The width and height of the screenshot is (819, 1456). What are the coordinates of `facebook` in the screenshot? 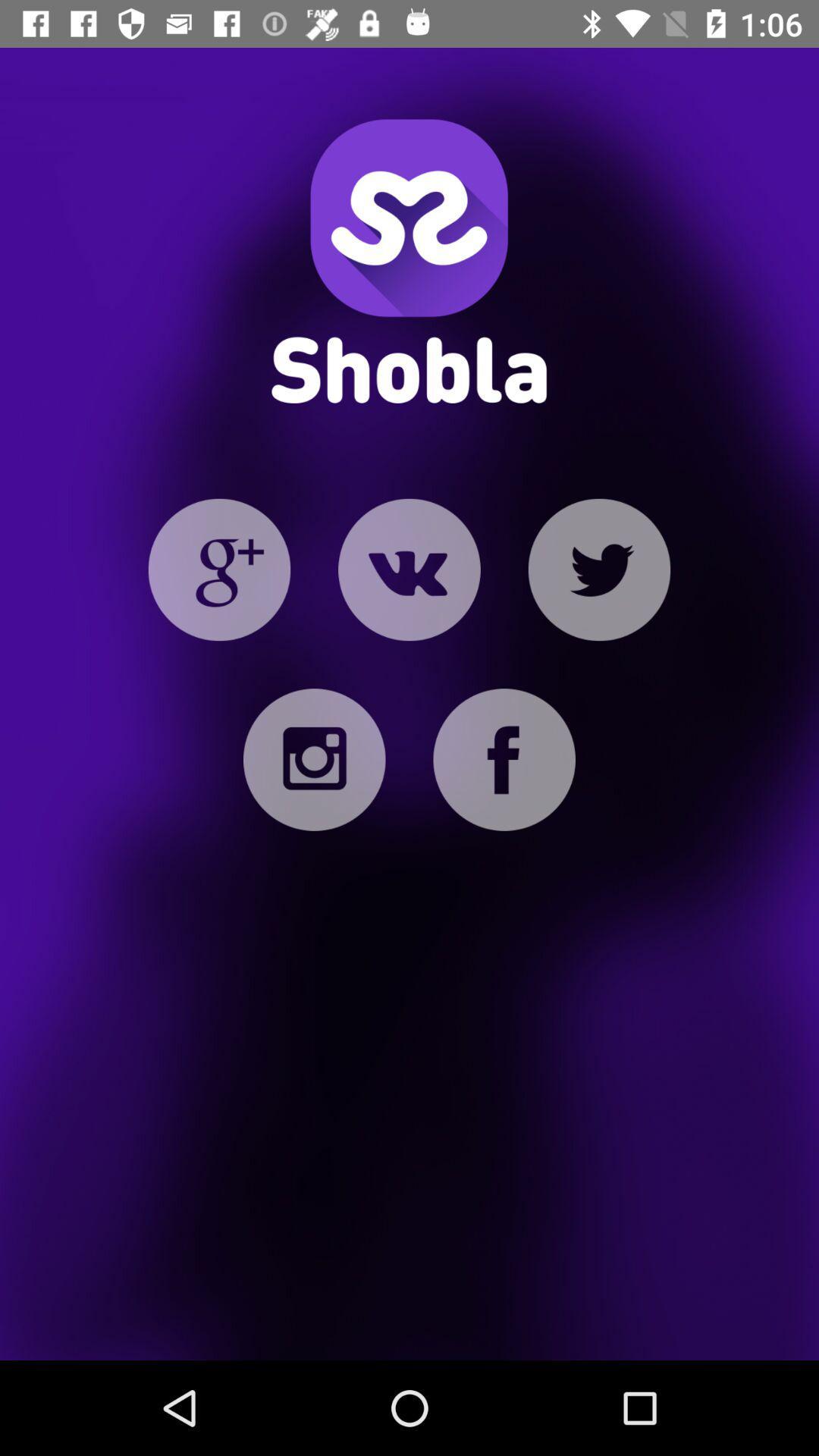 It's located at (504, 760).